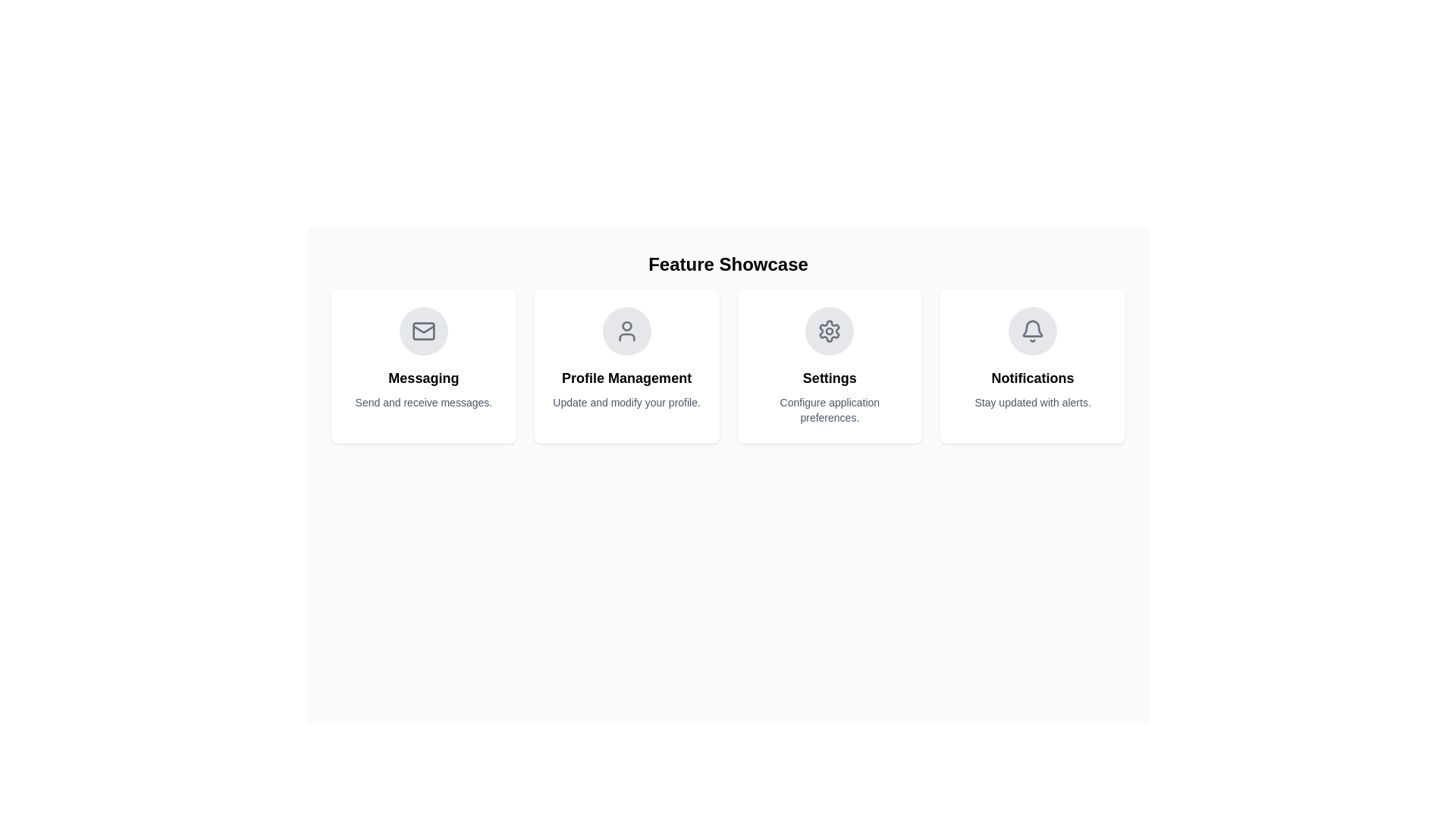 The height and width of the screenshot is (819, 1456). What do you see at coordinates (1032, 330) in the screenshot?
I see `the bell icon, which is a minimalistic gray stroke circular outline located on the upper section of the Notifications feature card, the fourth card in the Feature Showcase layout` at bounding box center [1032, 330].